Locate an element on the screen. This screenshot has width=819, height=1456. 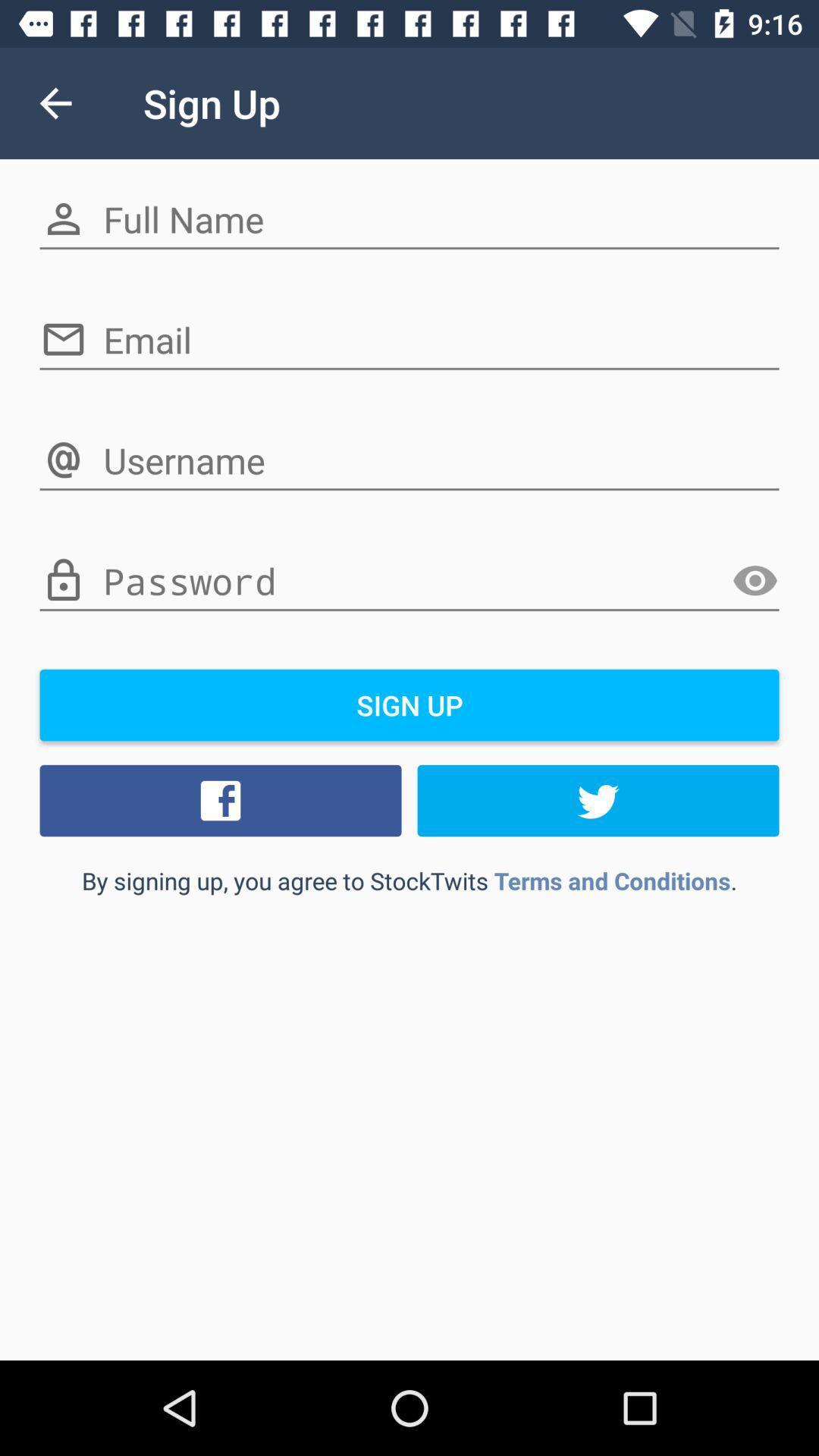
icon below the sign up item is located at coordinates (598, 800).